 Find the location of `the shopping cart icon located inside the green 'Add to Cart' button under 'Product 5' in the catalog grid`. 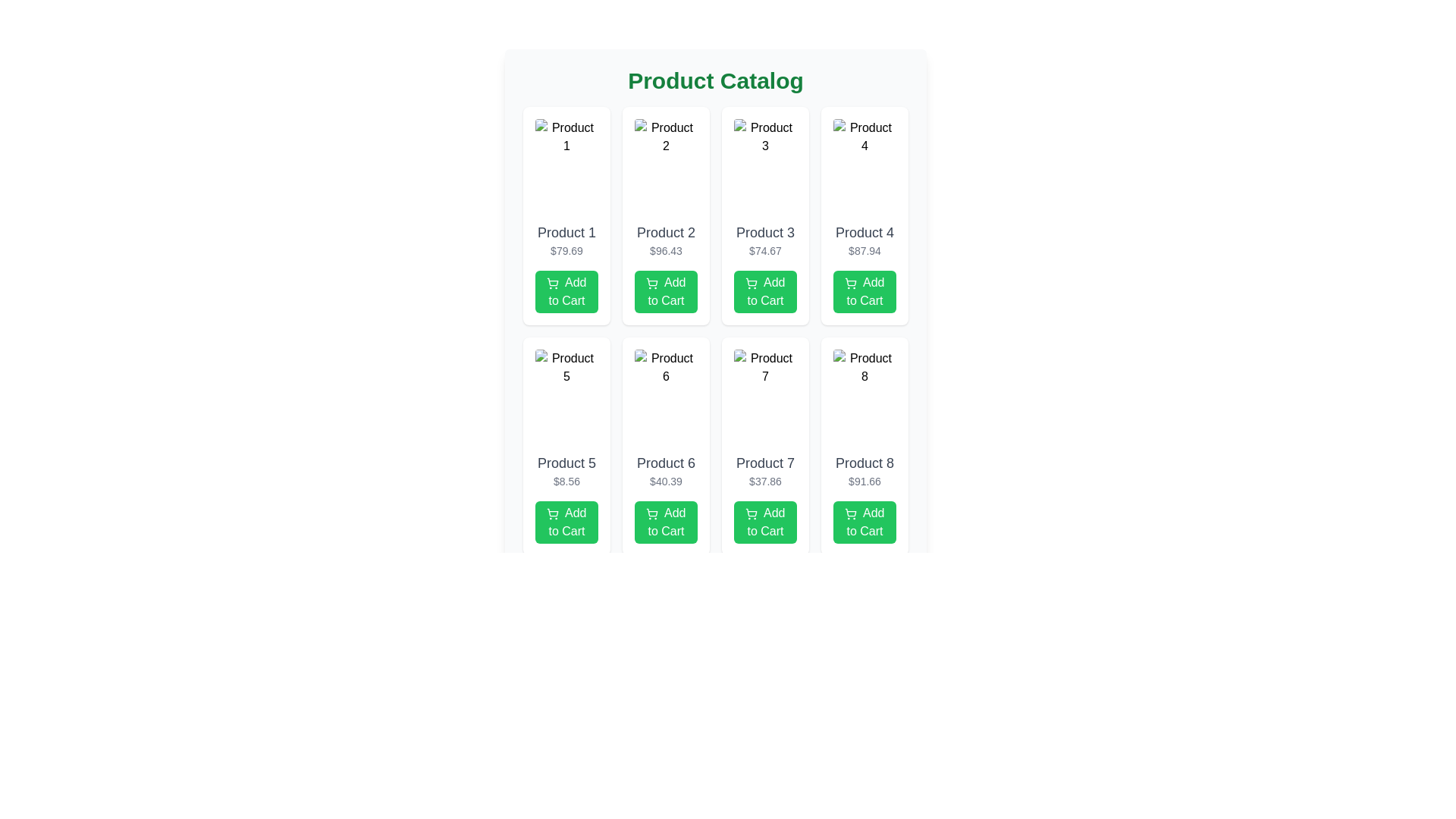

the shopping cart icon located inside the green 'Add to Cart' button under 'Product 5' in the catalog grid is located at coordinates (552, 513).